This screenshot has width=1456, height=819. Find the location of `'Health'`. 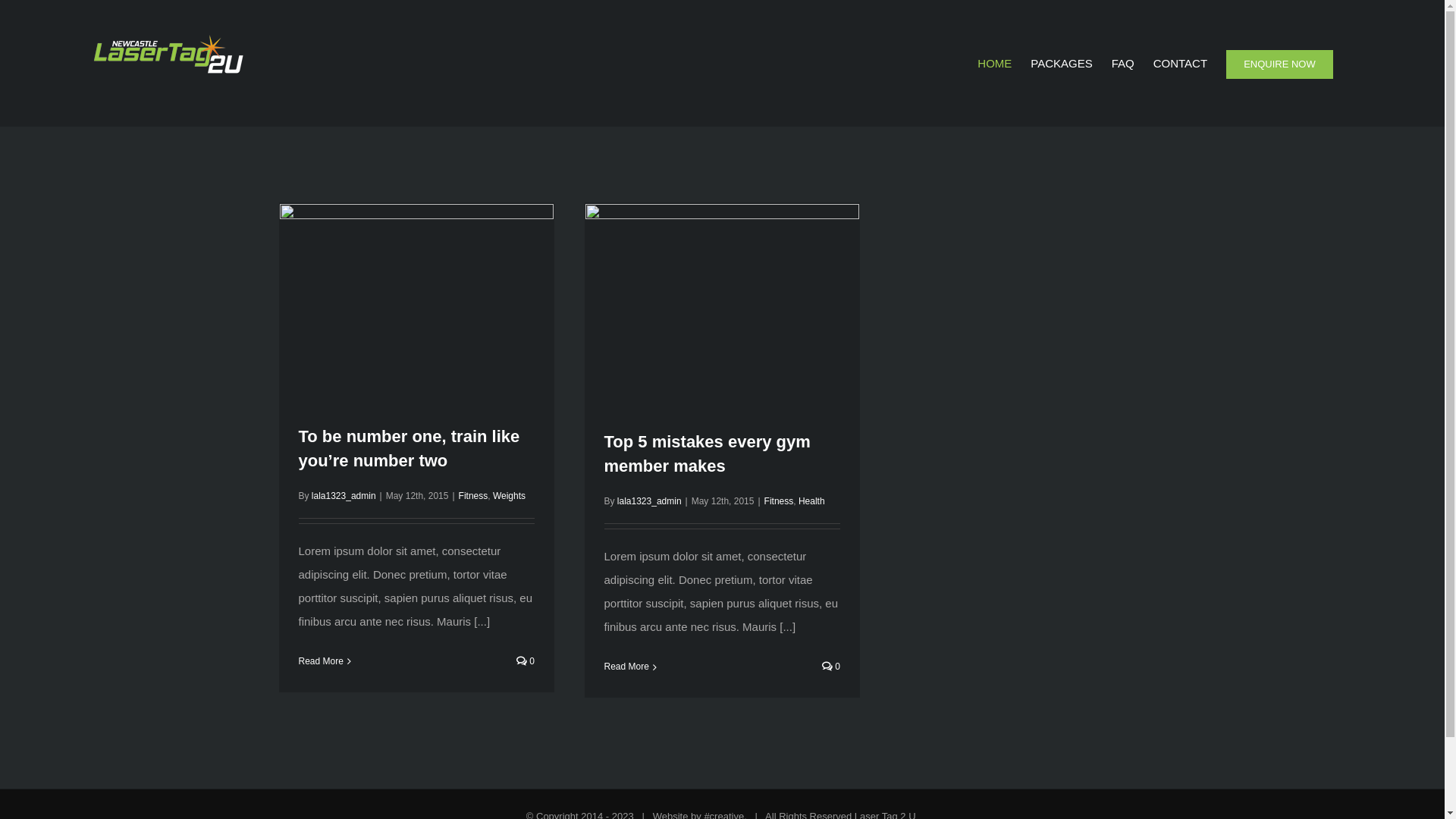

'Health' is located at coordinates (811, 500).